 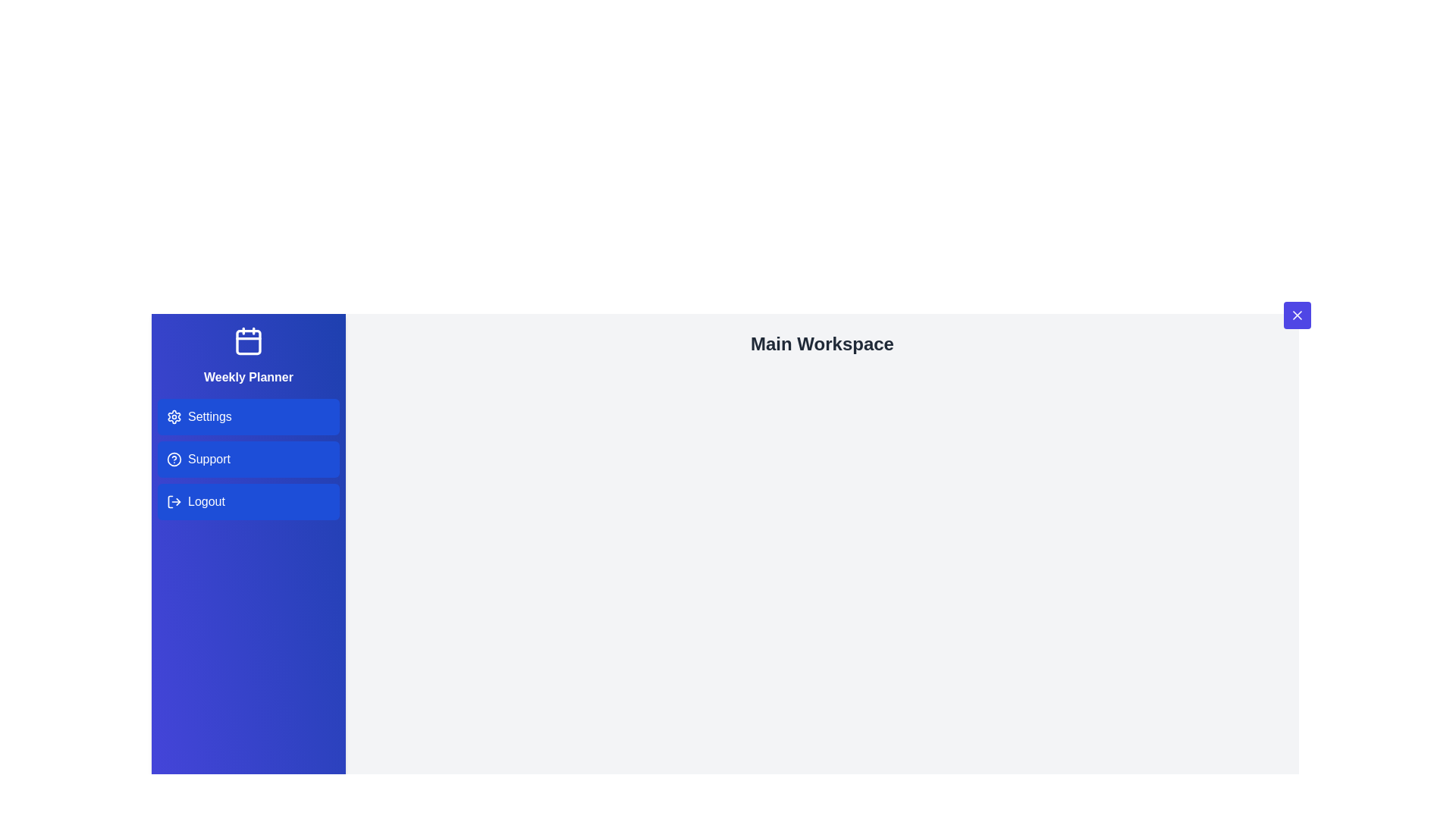 I want to click on toggle button at the top-right corner of the drawer to toggle its open/close state, so click(x=1296, y=315).